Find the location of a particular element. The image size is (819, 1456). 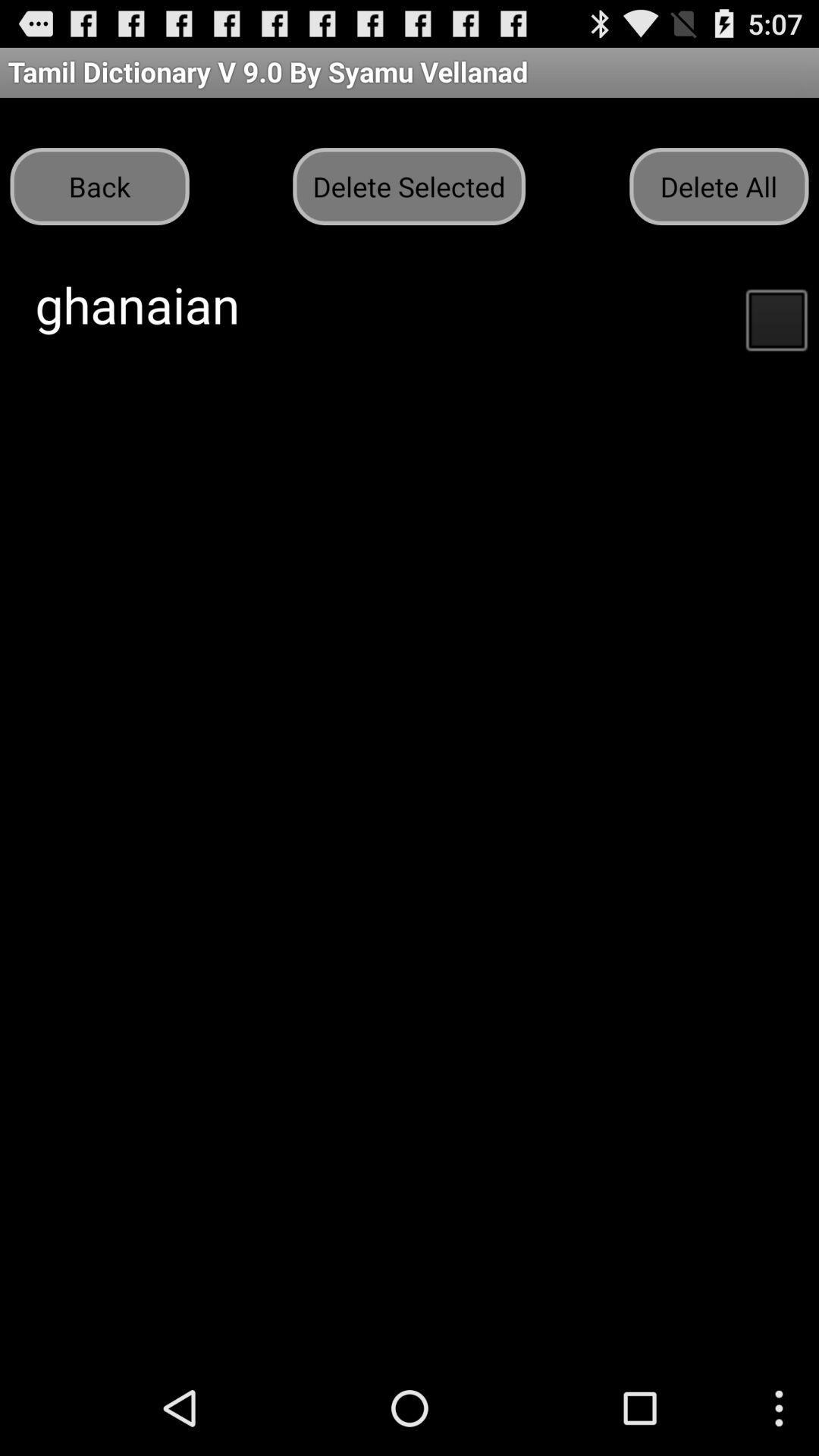

the delete selected is located at coordinates (408, 185).